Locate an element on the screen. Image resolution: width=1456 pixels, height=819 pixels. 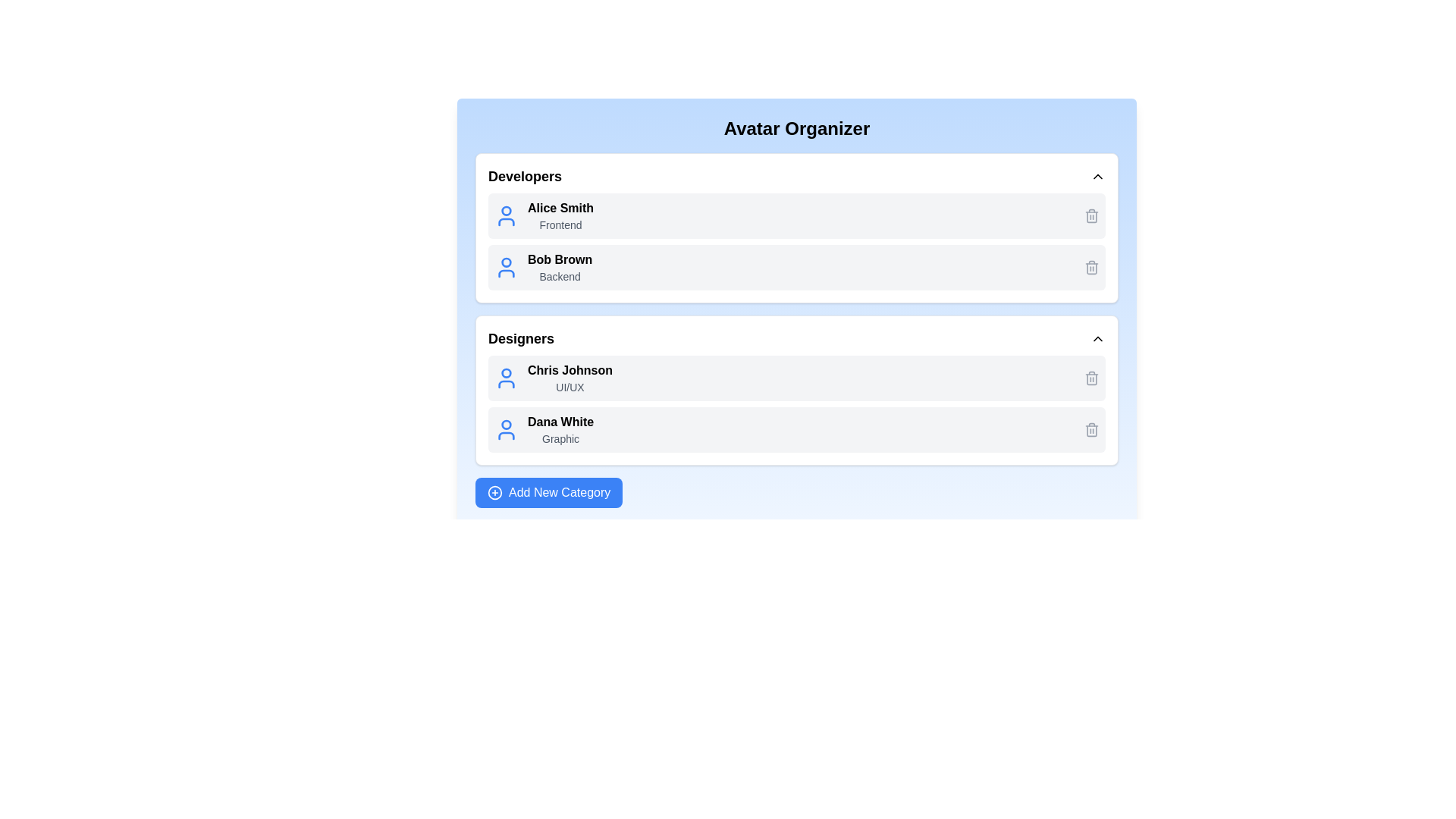
the text label displaying the name 'Dana White', which serves as an identifier in the UI is located at coordinates (560, 422).